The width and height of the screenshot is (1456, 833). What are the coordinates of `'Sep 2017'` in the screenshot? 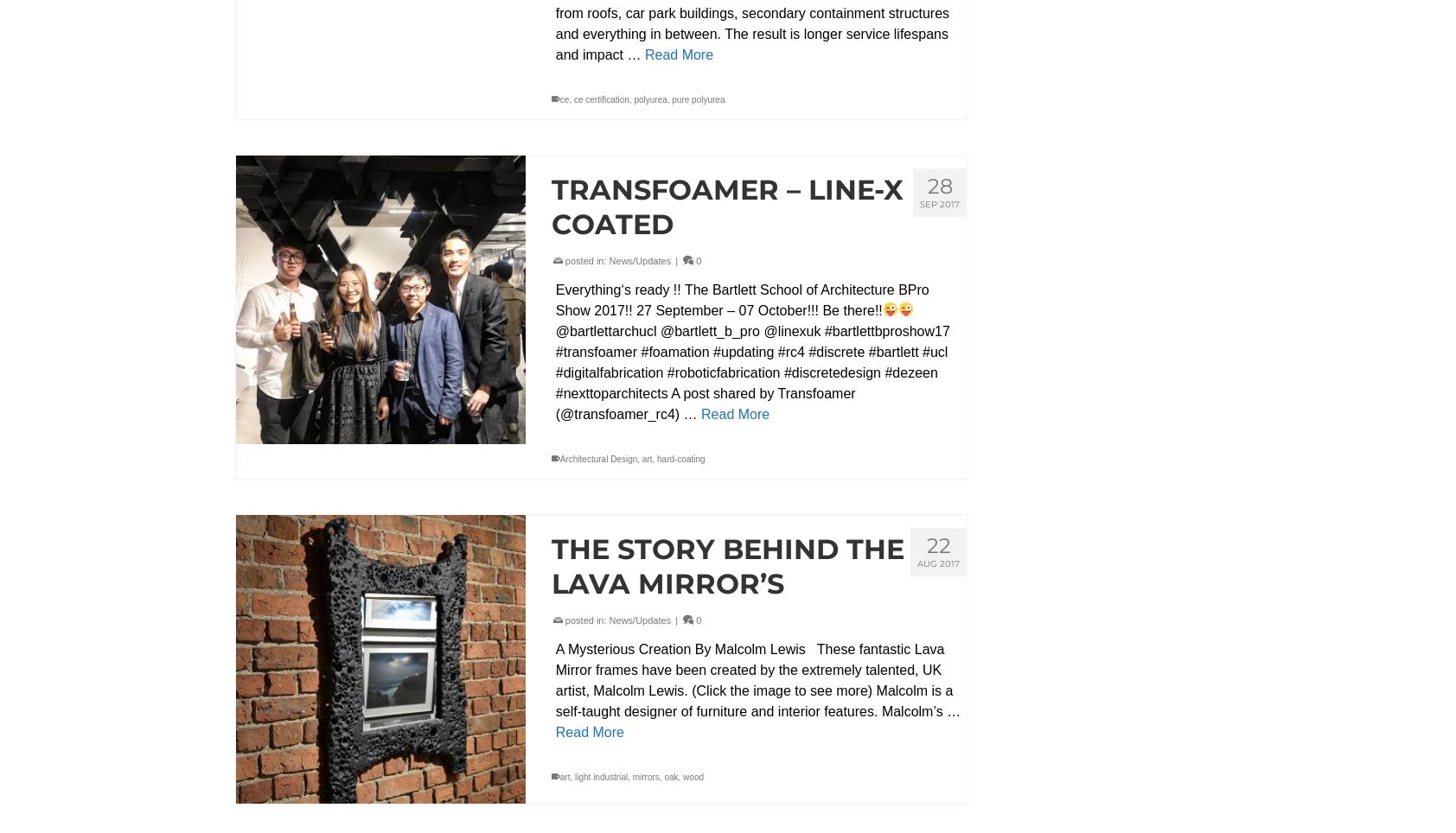 It's located at (919, 203).